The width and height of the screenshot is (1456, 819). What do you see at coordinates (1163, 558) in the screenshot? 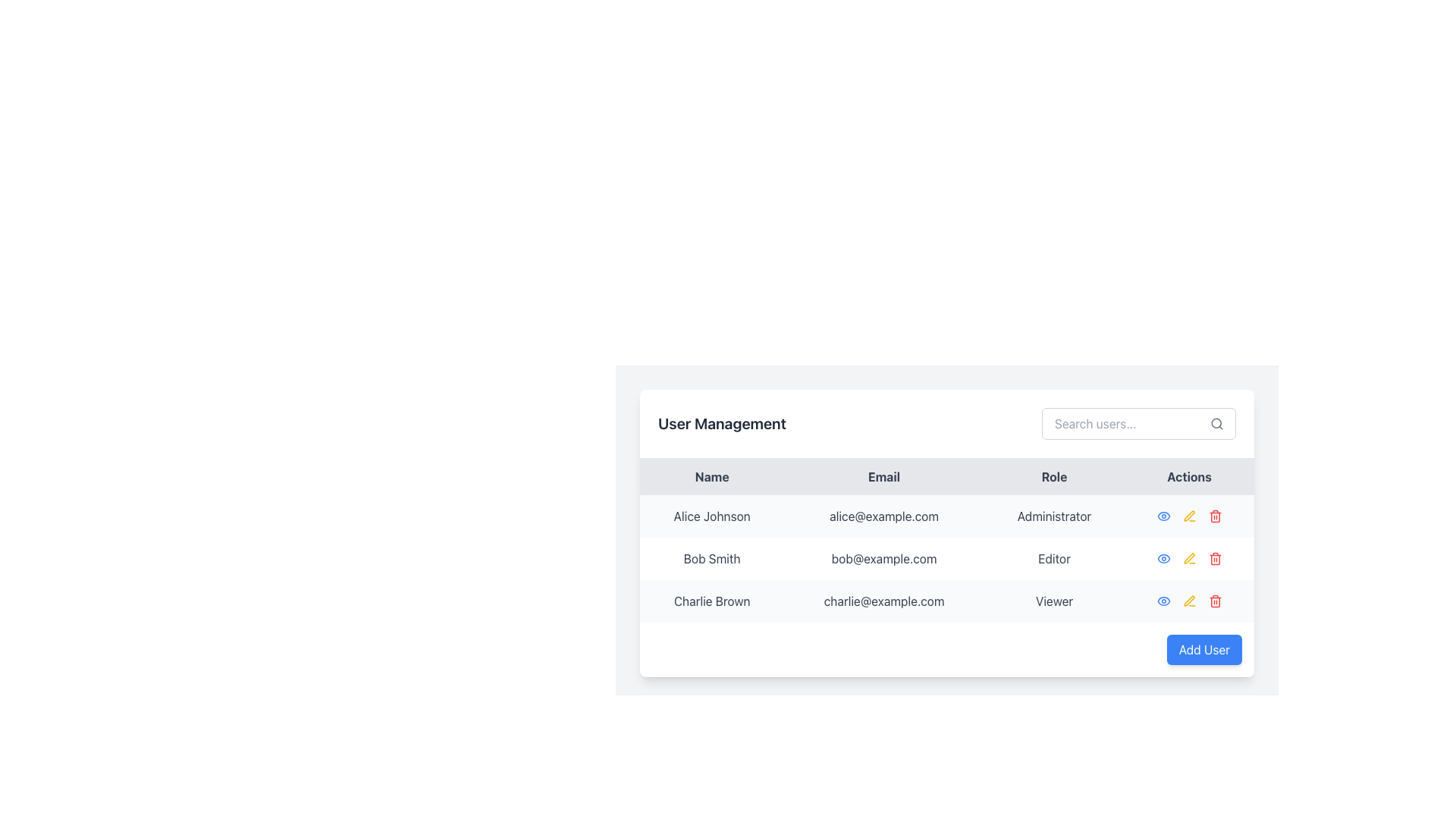
I see `the blue eye-shaped icon representing the 'view' action, which is the first among three action icons in the 'Actions' column of the second row, aligned with the 'bob@example.com' email entry` at bounding box center [1163, 558].